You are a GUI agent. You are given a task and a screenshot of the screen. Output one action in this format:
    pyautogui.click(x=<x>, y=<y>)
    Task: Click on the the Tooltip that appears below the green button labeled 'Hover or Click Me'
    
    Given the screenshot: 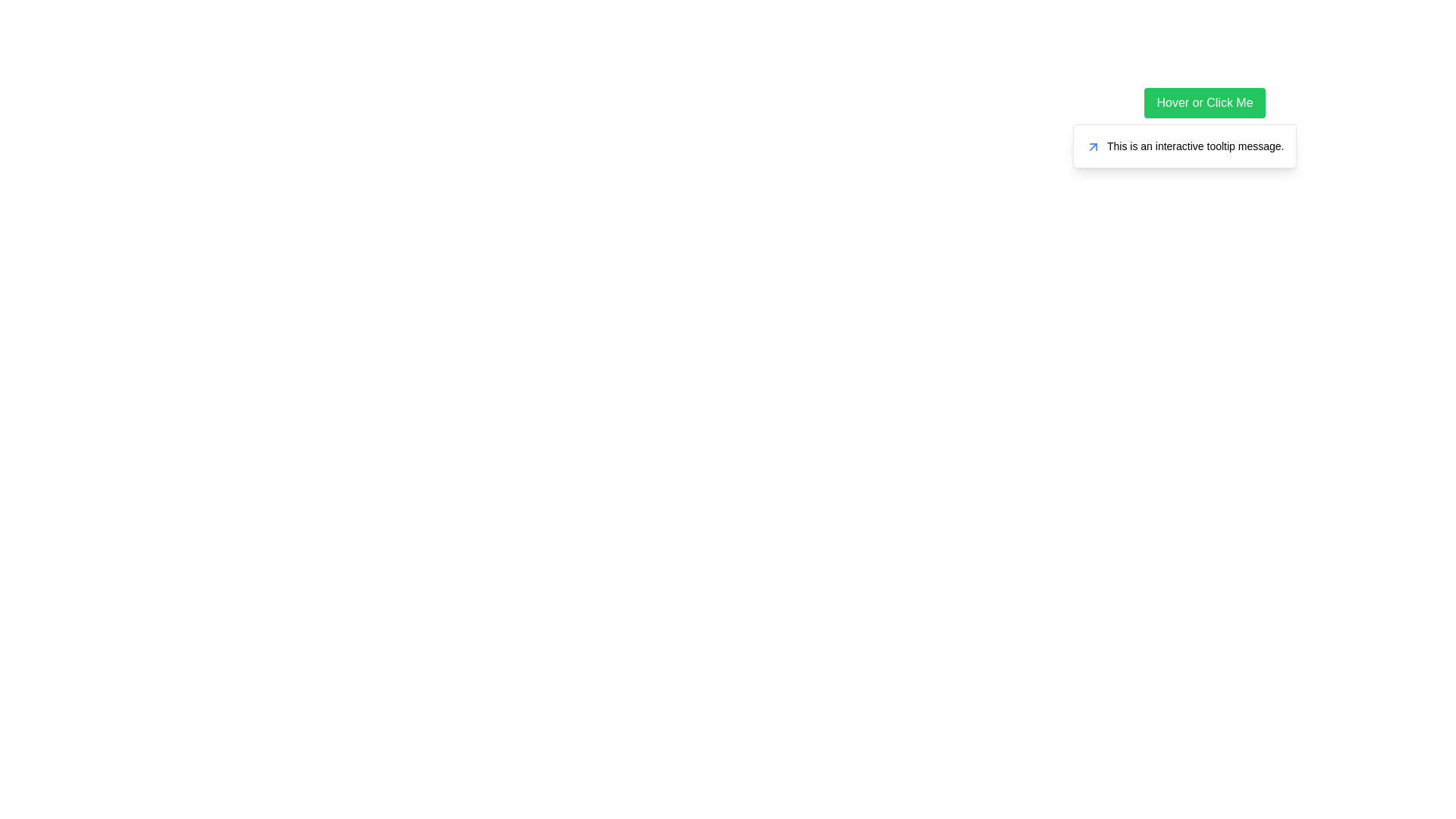 What is the action you would take?
    pyautogui.click(x=1184, y=146)
    